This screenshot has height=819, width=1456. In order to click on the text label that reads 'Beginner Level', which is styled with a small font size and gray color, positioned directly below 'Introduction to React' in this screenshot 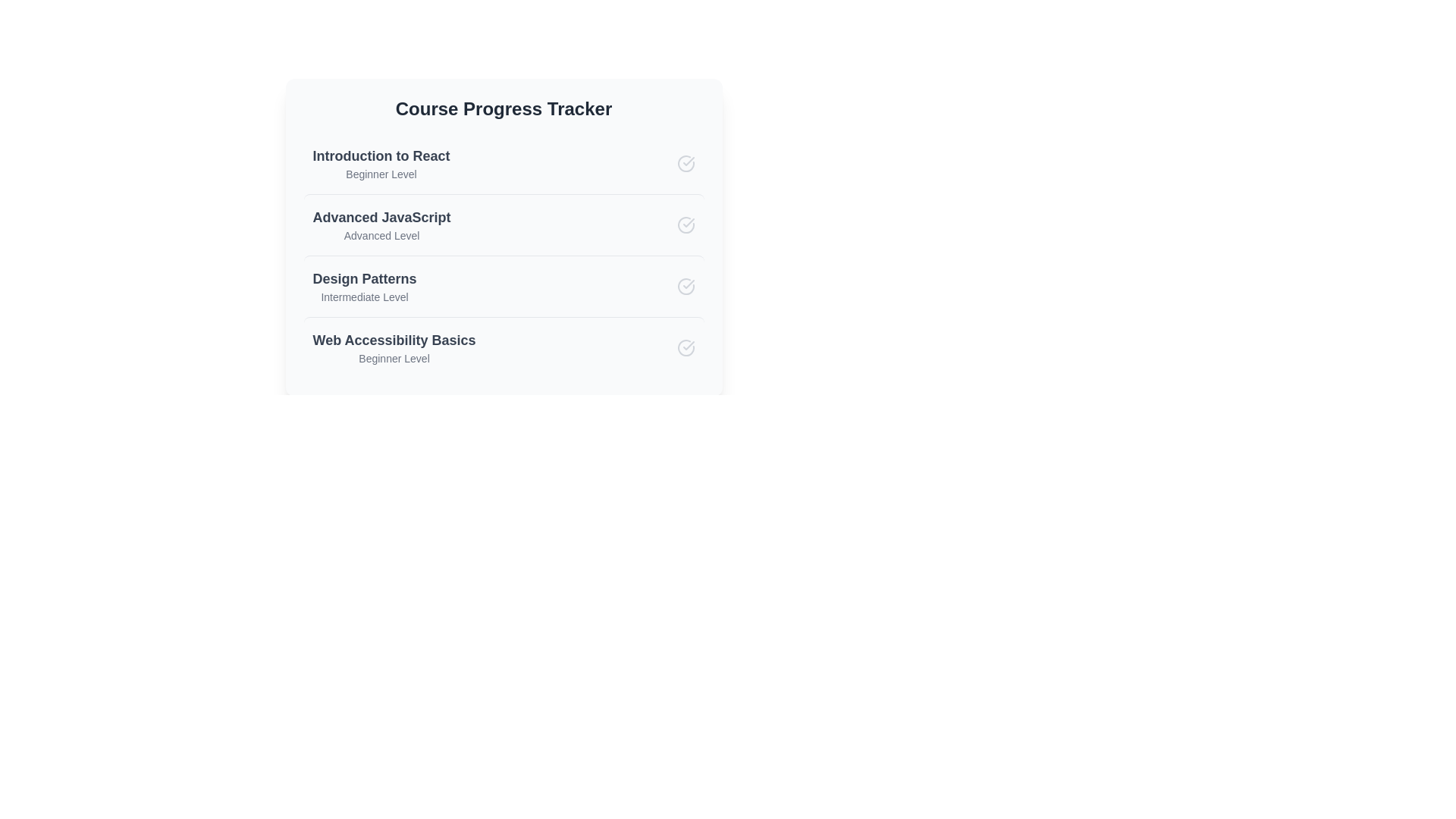, I will do `click(381, 174)`.